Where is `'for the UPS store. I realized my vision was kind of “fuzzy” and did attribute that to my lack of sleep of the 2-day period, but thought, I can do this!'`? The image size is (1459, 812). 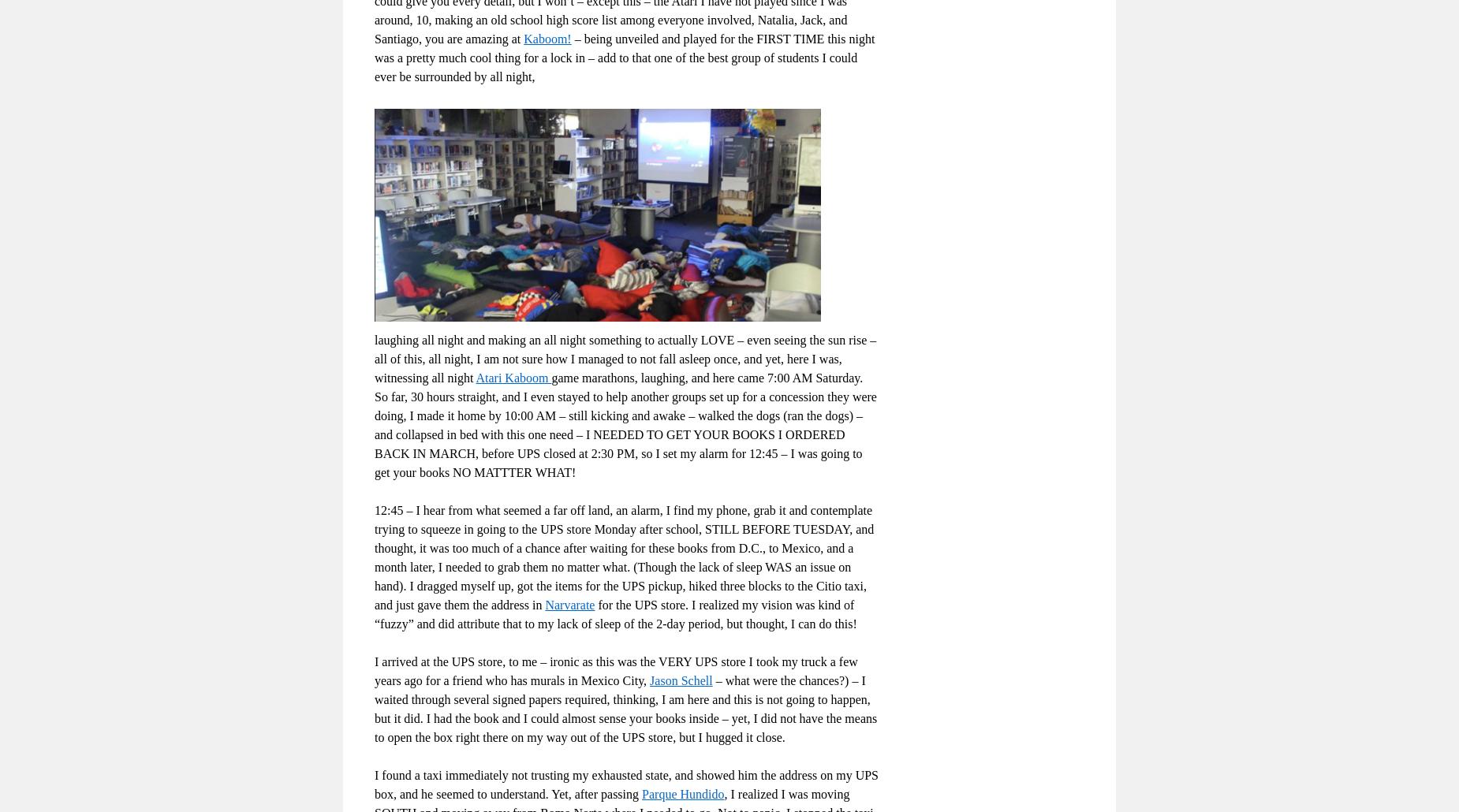
'for the UPS store. I realized my vision was kind of “fuzzy” and did attribute that to my lack of sleep of the 2-day period, but thought, I can do this!' is located at coordinates (375, 613).